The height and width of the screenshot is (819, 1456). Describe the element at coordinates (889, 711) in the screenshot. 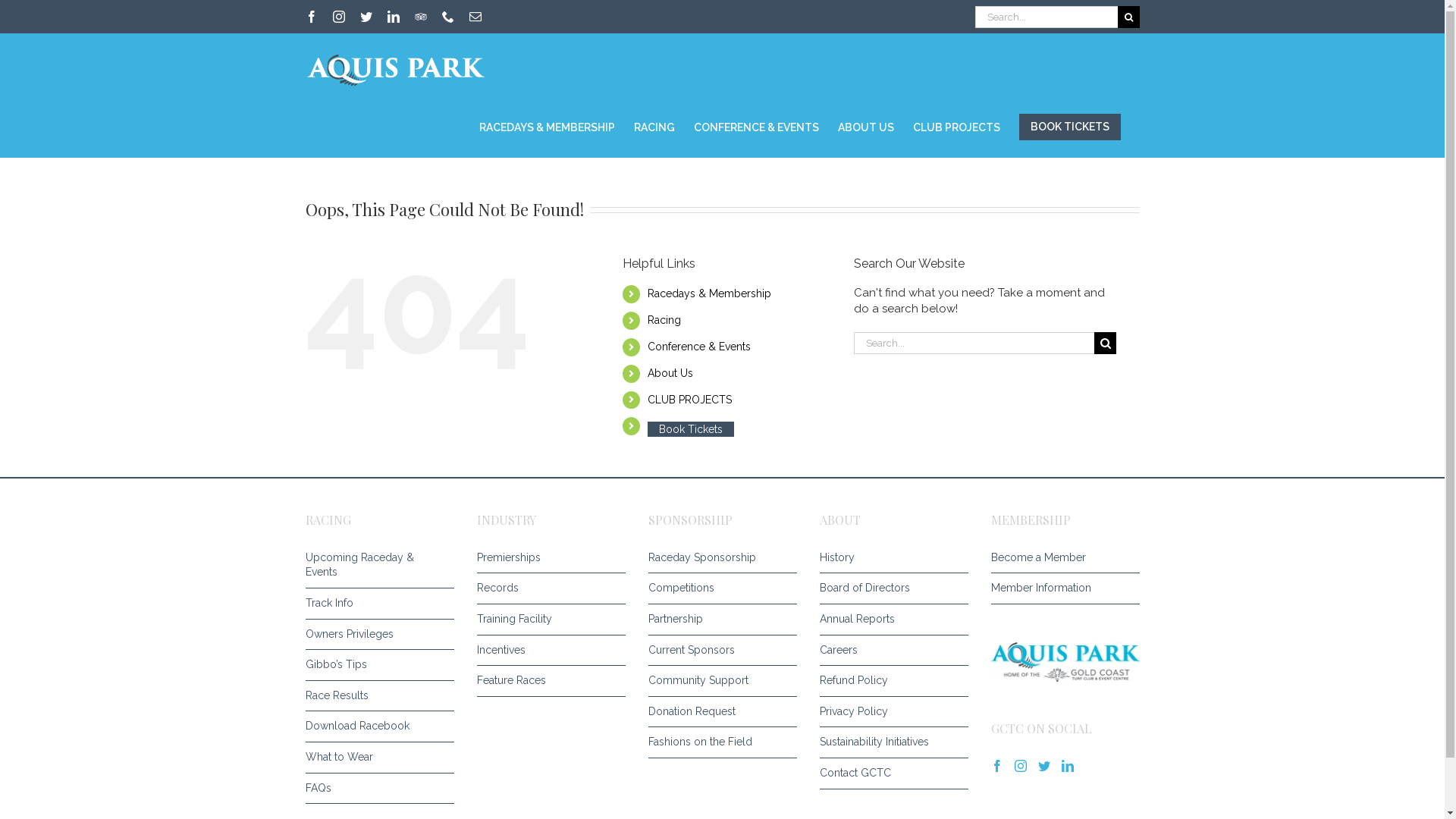

I see `'Privacy Policy'` at that location.